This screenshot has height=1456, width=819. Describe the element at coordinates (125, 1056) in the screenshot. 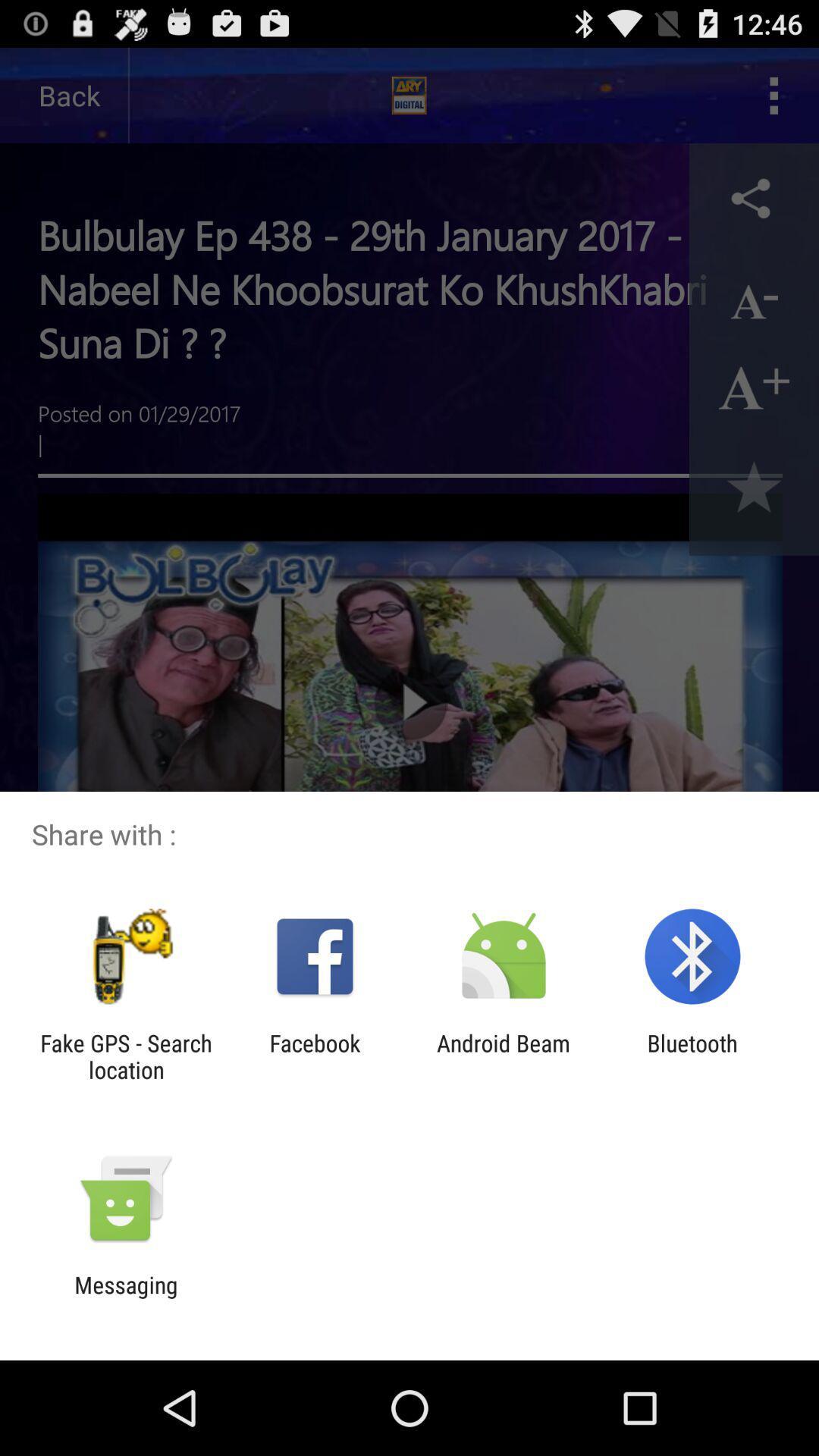

I see `item to the left of the facebook icon` at that location.